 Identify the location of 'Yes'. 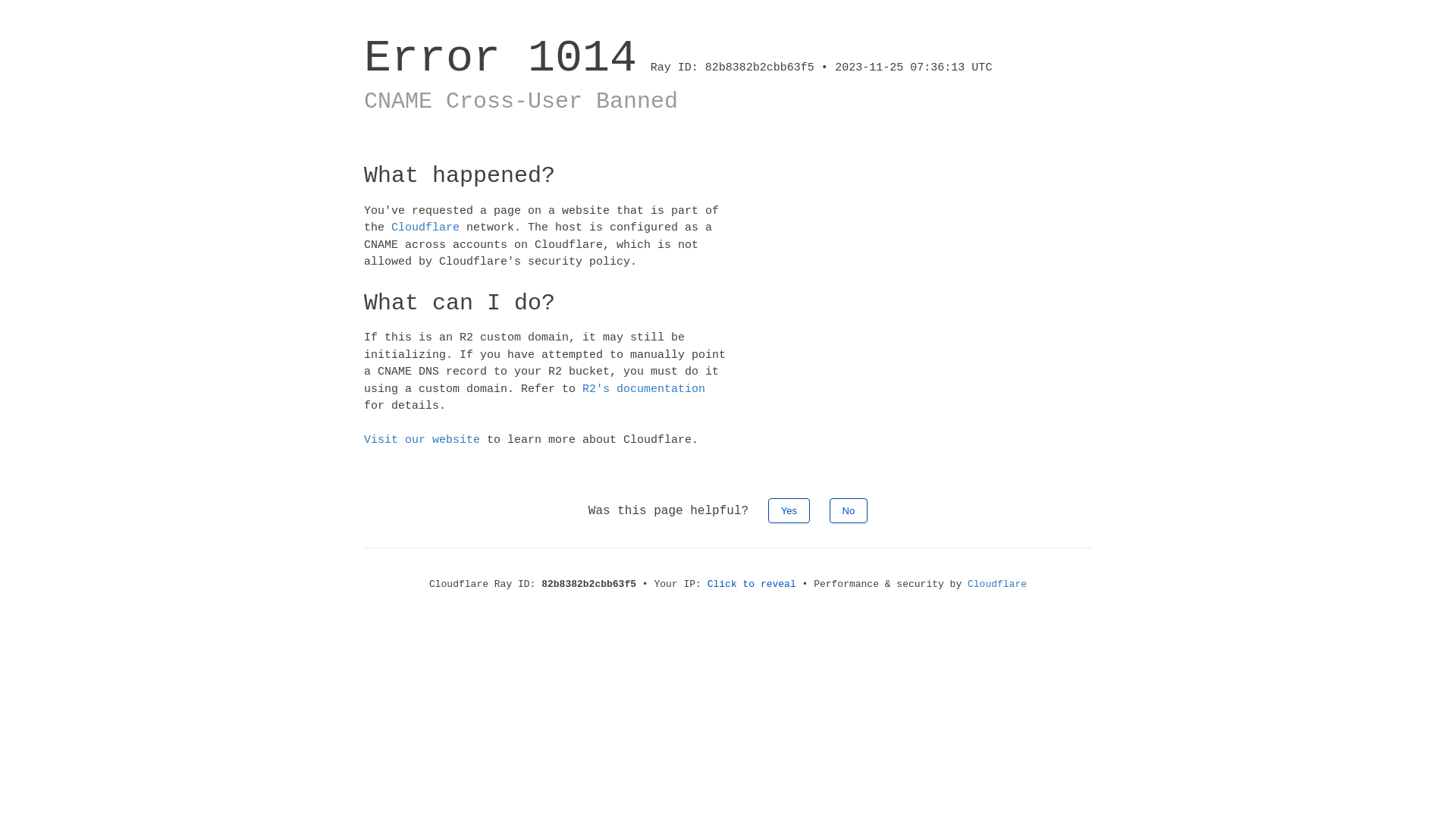
(767, 510).